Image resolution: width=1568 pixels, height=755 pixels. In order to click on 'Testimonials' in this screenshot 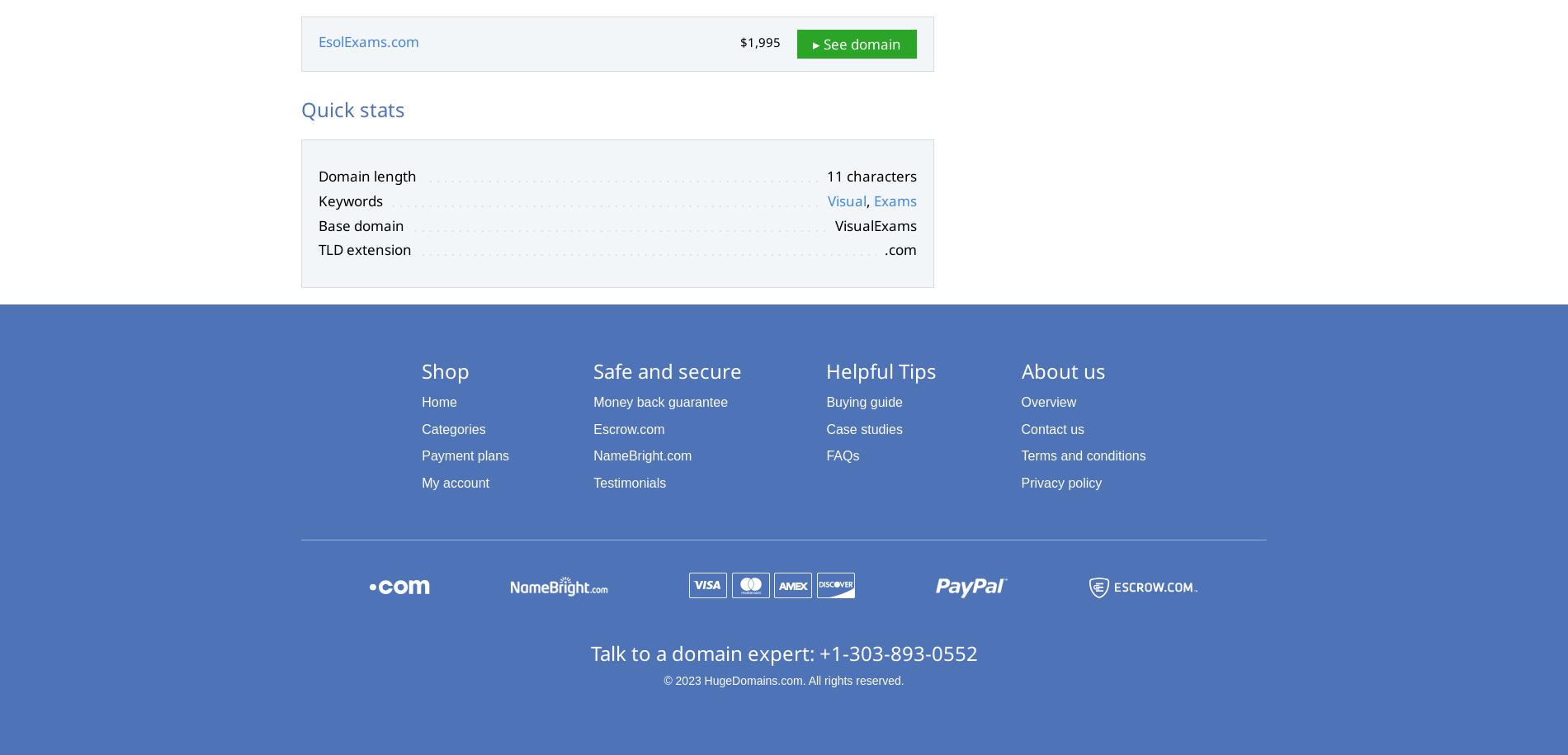, I will do `click(592, 482)`.